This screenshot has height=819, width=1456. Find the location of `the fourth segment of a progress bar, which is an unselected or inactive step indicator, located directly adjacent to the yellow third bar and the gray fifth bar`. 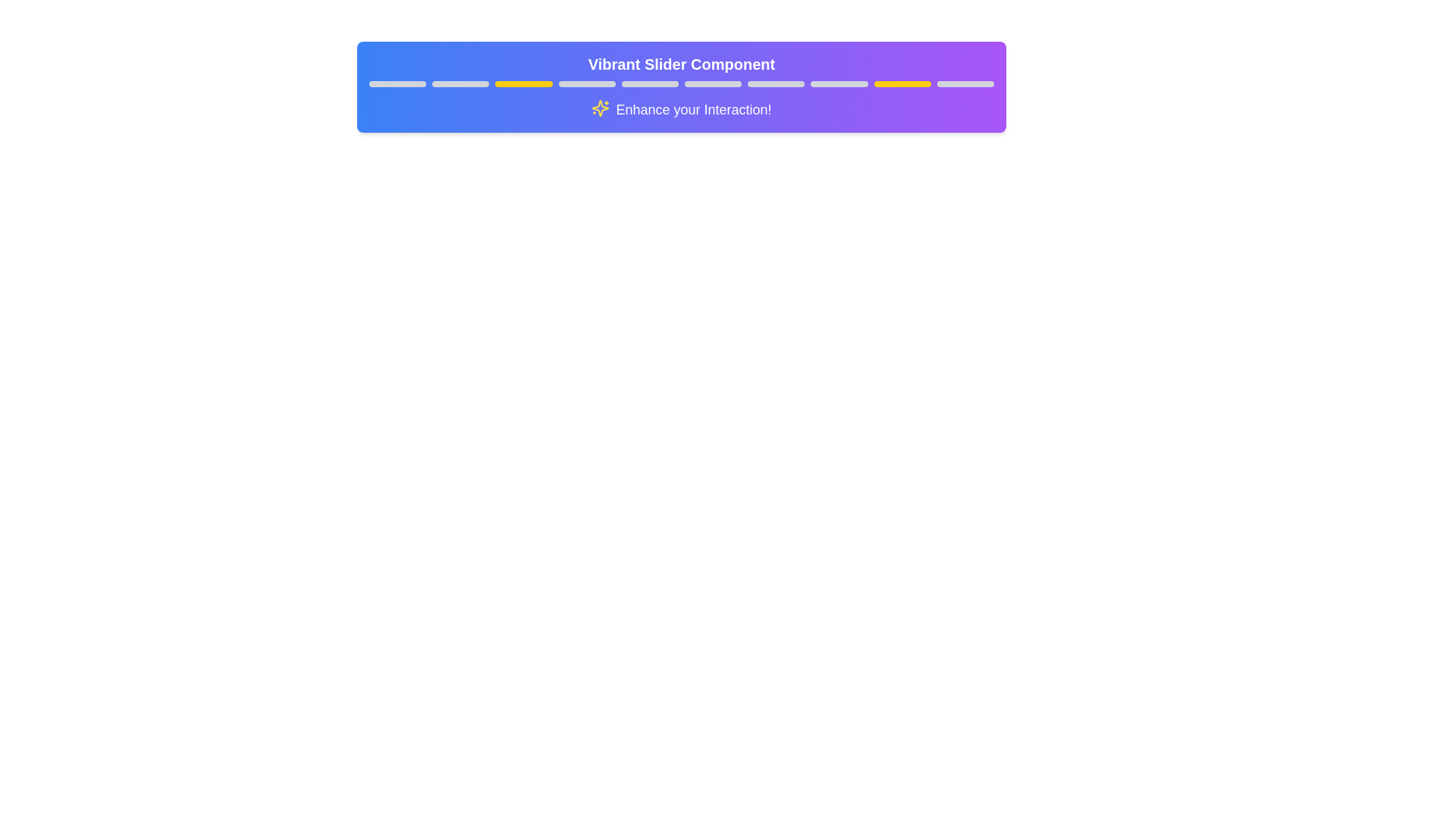

the fourth segment of a progress bar, which is an unselected or inactive step indicator, located directly adjacent to the yellow third bar and the gray fifth bar is located at coordinates (586, 84).